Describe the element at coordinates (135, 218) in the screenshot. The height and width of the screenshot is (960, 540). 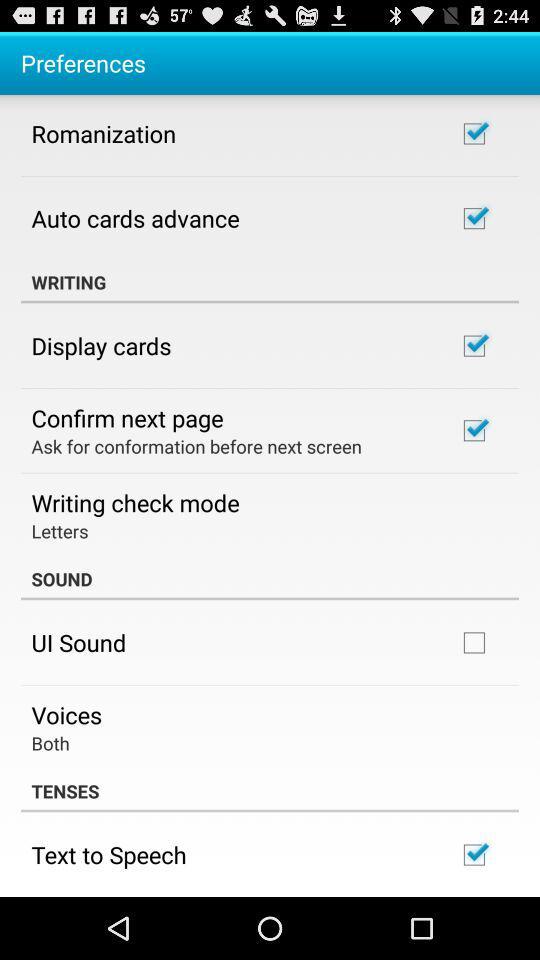
I see `the app below romanization` at that location.